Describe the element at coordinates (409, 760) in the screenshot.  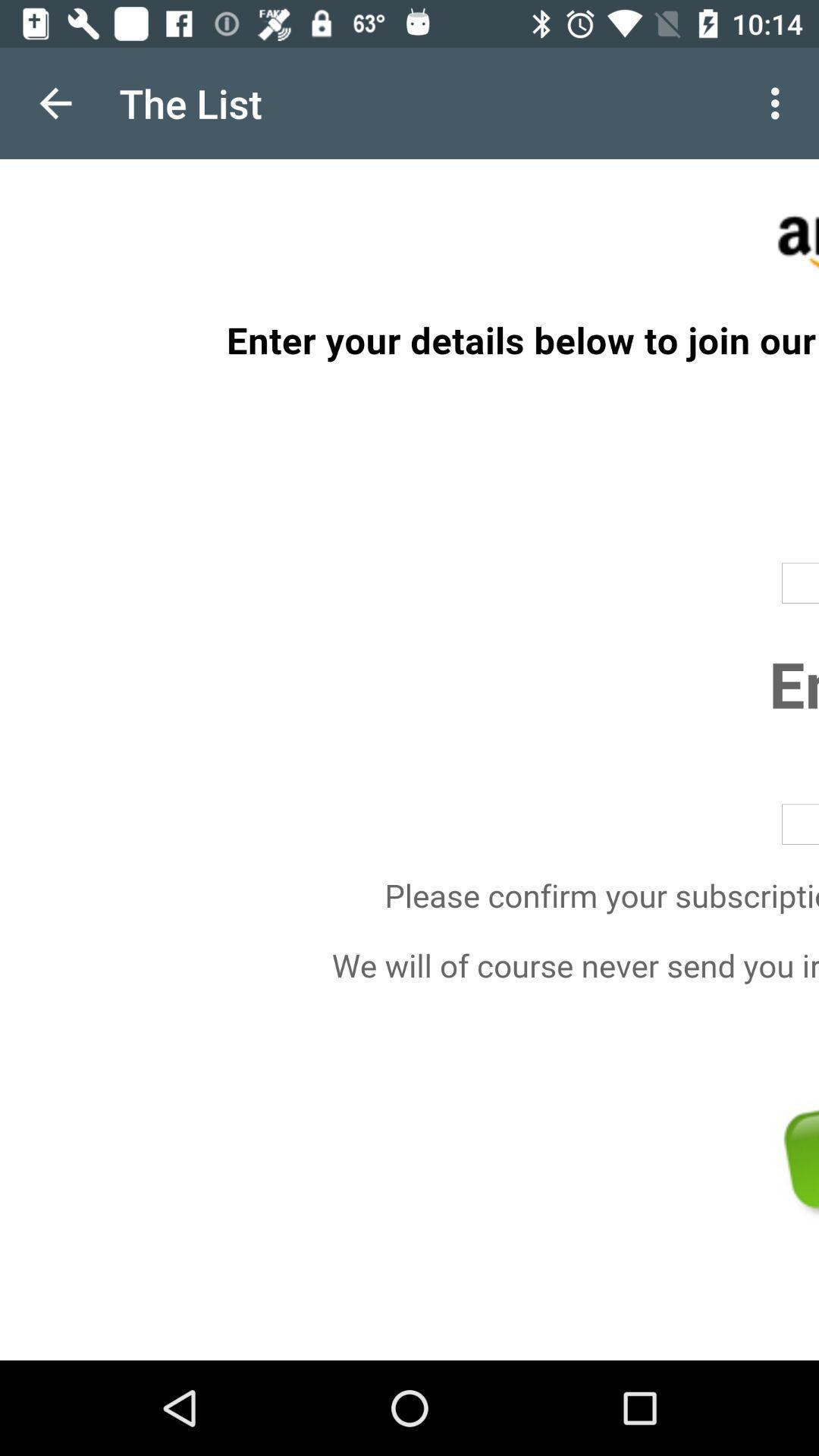
I see `item at the center` at that location.